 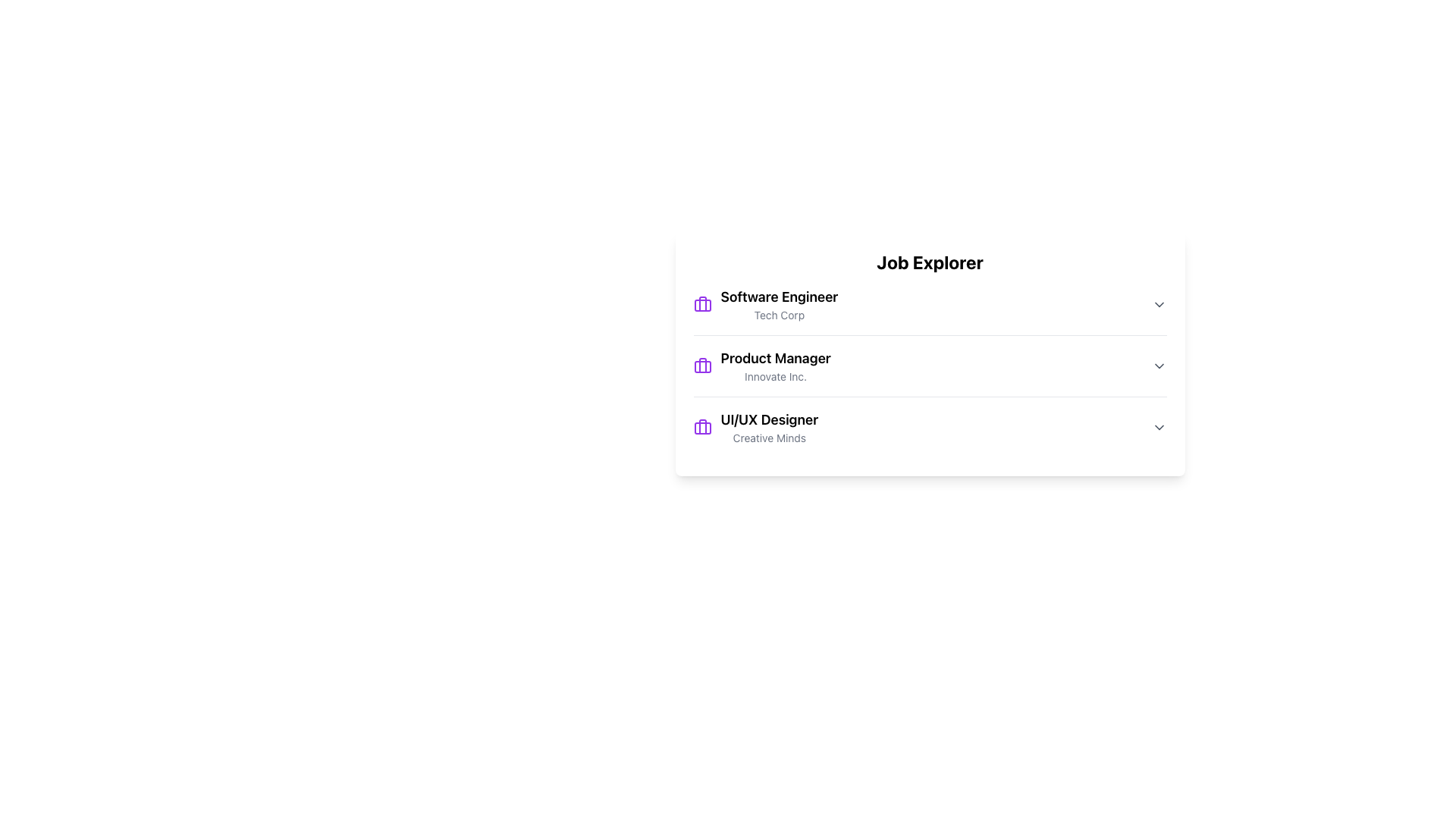 I want to click on job title from the text label located in the 'Job Explorer' section of the first listing, which is aligned left of the 'Tech Corp' subtitle and next to a briefcase icon, so click(x=779, y=297).